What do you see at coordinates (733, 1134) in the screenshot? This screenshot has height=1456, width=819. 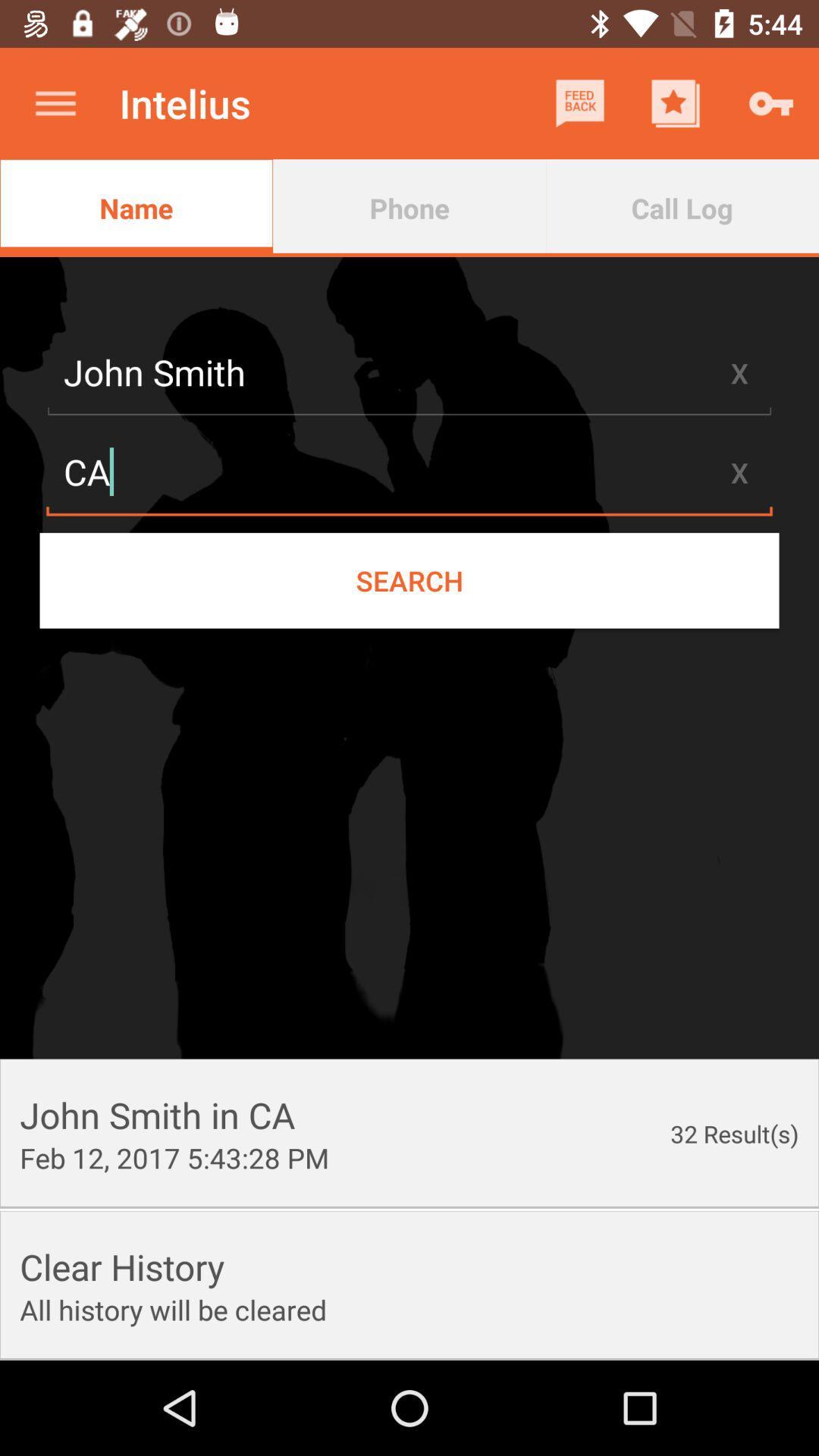 I see `32 result(s) item` at bounding box center [733, 1134].